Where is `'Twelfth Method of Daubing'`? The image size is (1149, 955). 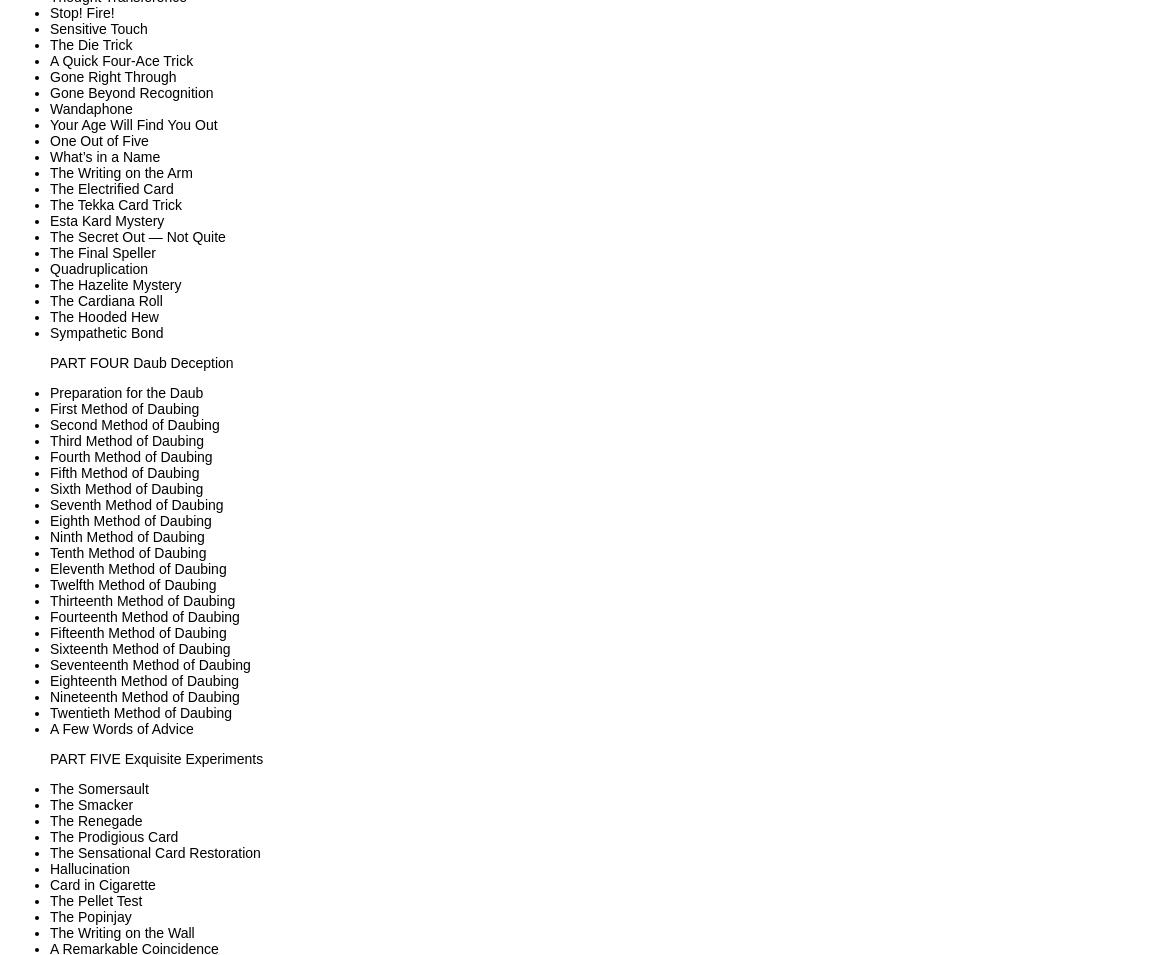 'Twelfth Method of Daubing' is located at coordinates (132, 585).